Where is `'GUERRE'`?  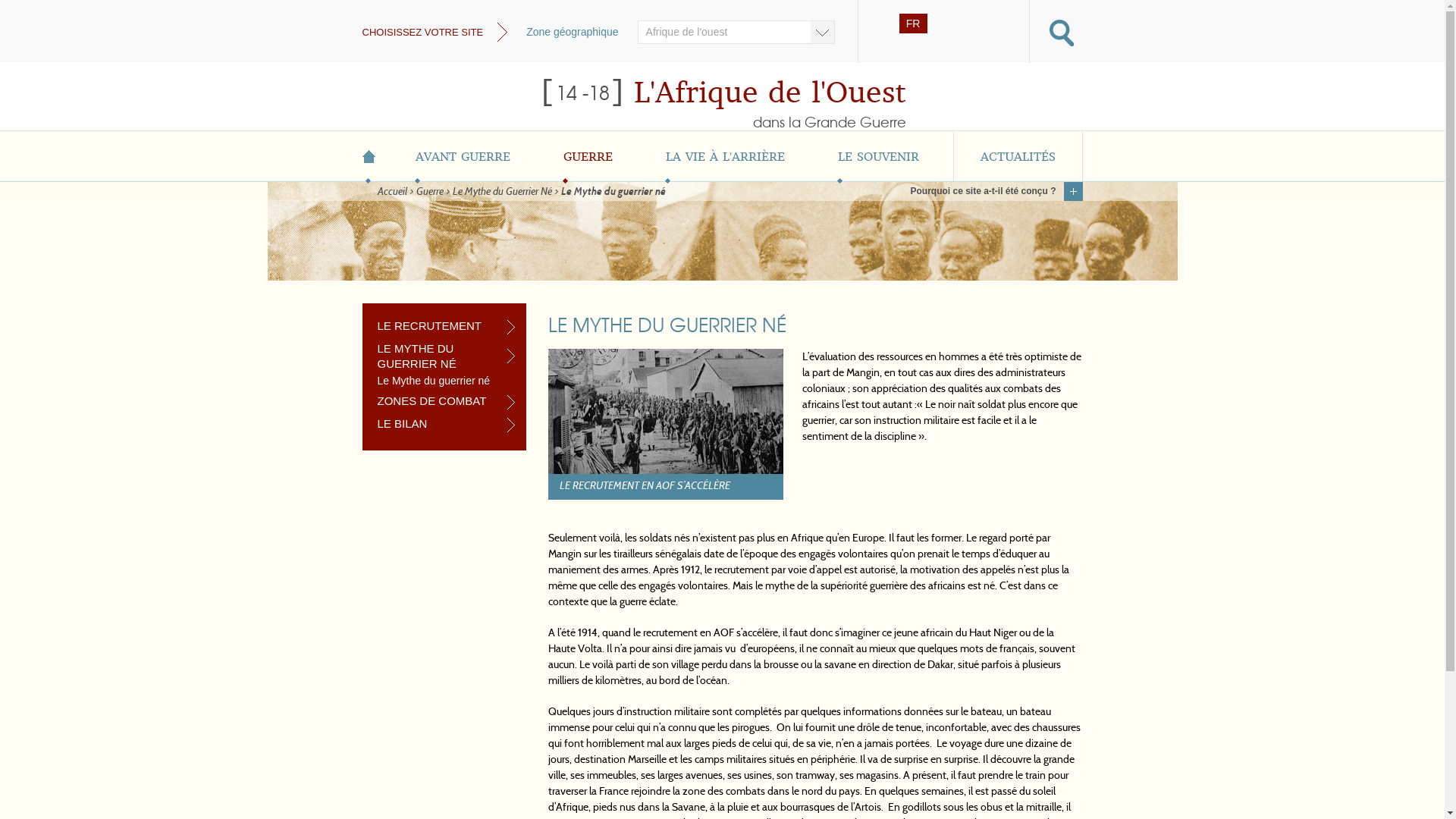 'GUERRE' is located at coordinates (537, 155).